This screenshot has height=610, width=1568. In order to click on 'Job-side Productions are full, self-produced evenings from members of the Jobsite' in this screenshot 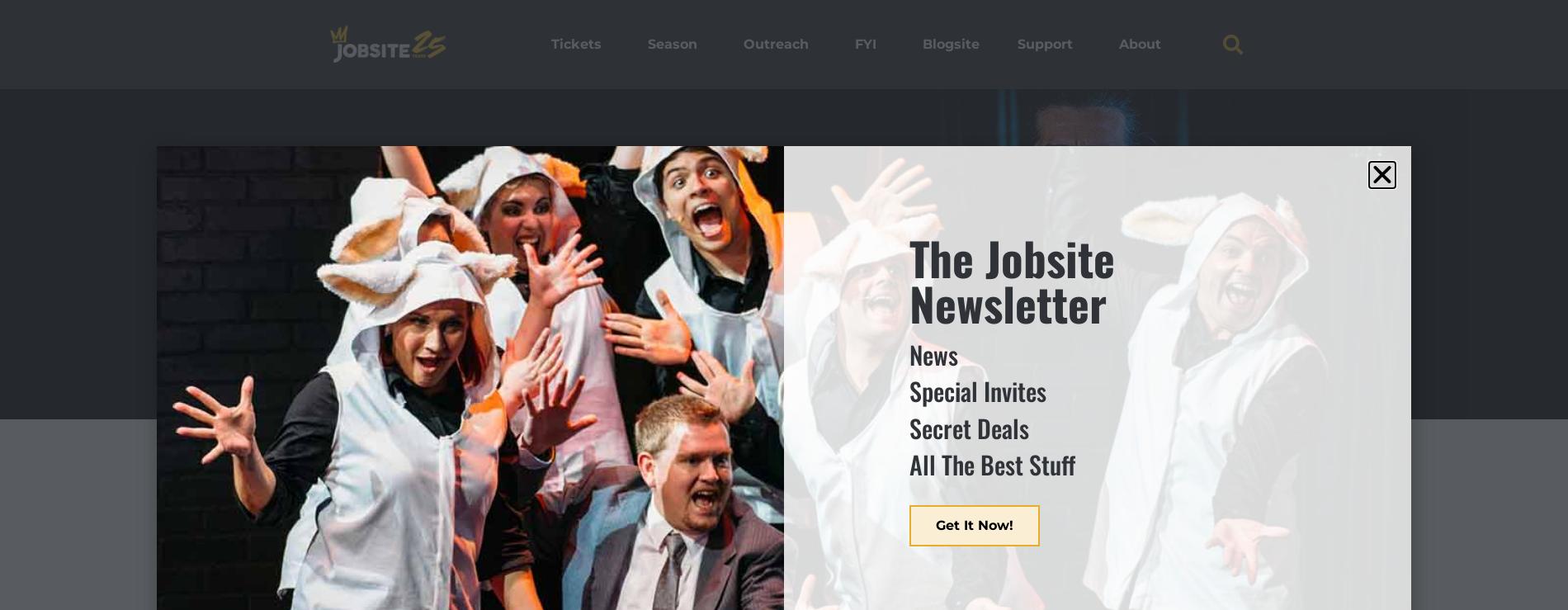, I will do `click(321, 536)`.